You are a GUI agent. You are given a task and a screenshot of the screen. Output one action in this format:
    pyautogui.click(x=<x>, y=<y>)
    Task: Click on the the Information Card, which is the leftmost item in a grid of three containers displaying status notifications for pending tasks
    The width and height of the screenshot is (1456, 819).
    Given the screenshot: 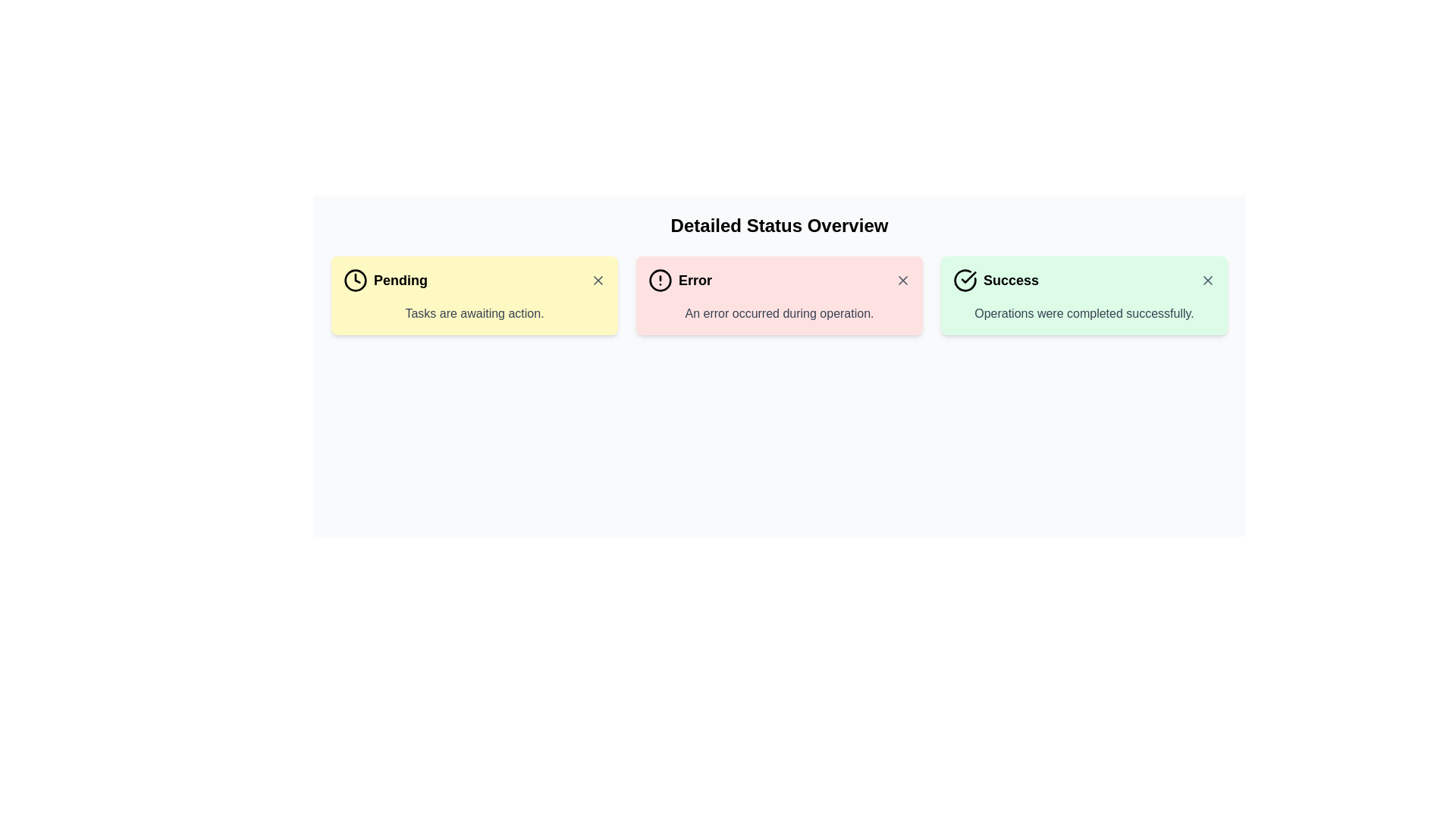 What is the action you would take?
    pyautogui.click(x=473, y=295)
    